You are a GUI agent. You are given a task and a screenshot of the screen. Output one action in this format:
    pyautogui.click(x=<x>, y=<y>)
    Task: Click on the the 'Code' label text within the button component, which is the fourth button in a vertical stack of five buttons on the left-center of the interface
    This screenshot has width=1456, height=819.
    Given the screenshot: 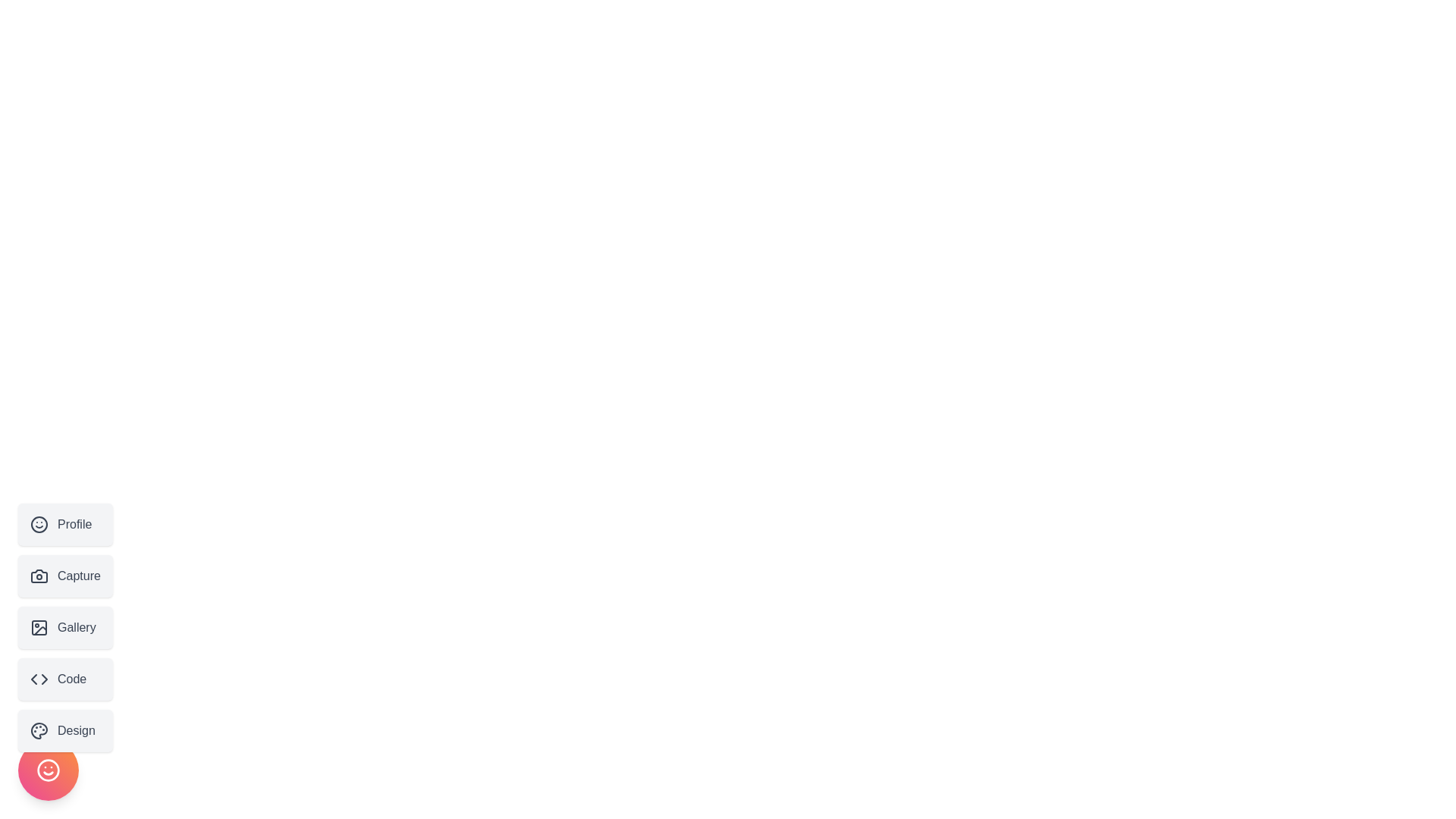 What is the action you would take?
    pyautogui.click(x=71, y=678)
    